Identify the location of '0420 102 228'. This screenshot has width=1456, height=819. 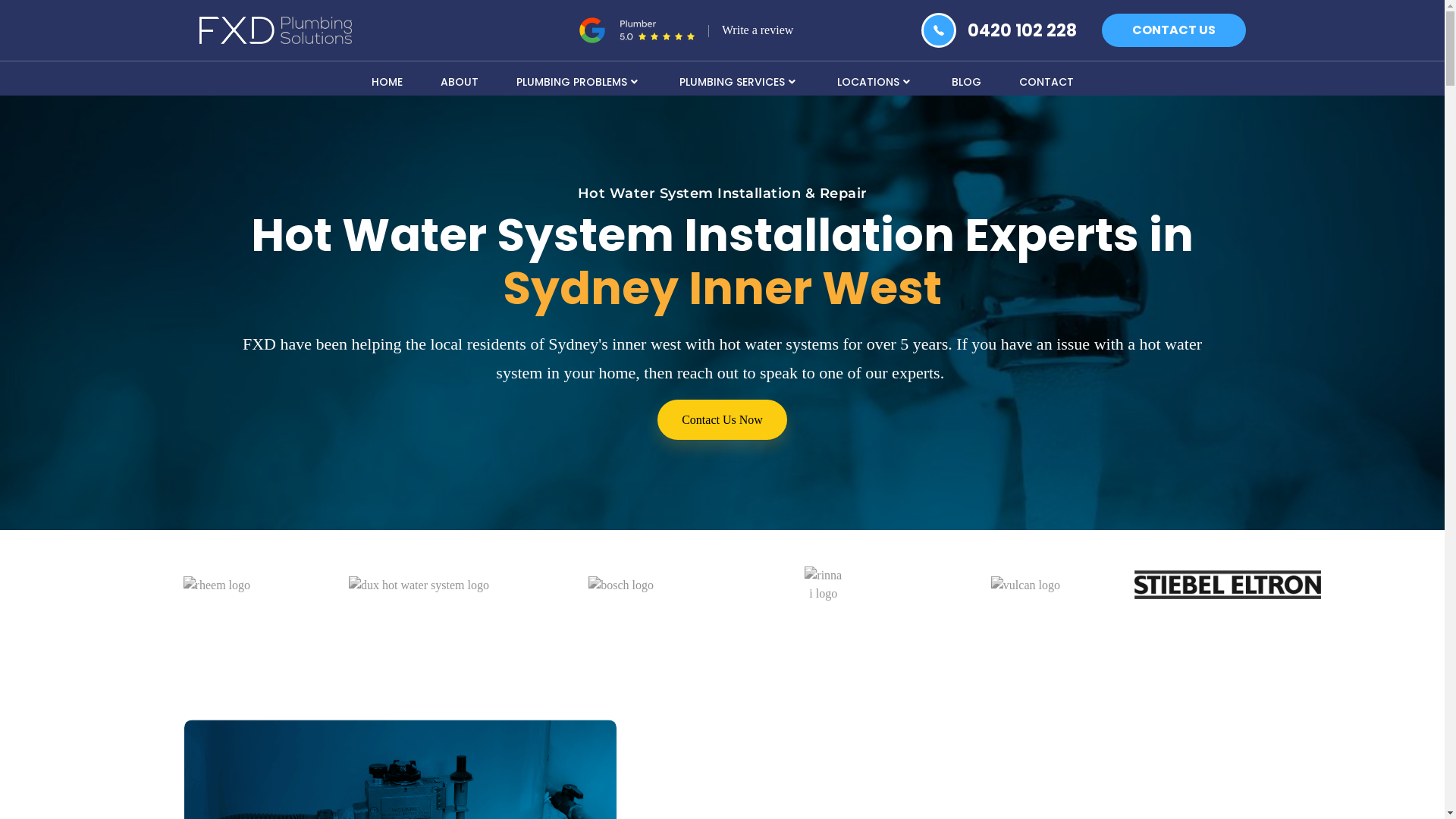
(1022, 30).